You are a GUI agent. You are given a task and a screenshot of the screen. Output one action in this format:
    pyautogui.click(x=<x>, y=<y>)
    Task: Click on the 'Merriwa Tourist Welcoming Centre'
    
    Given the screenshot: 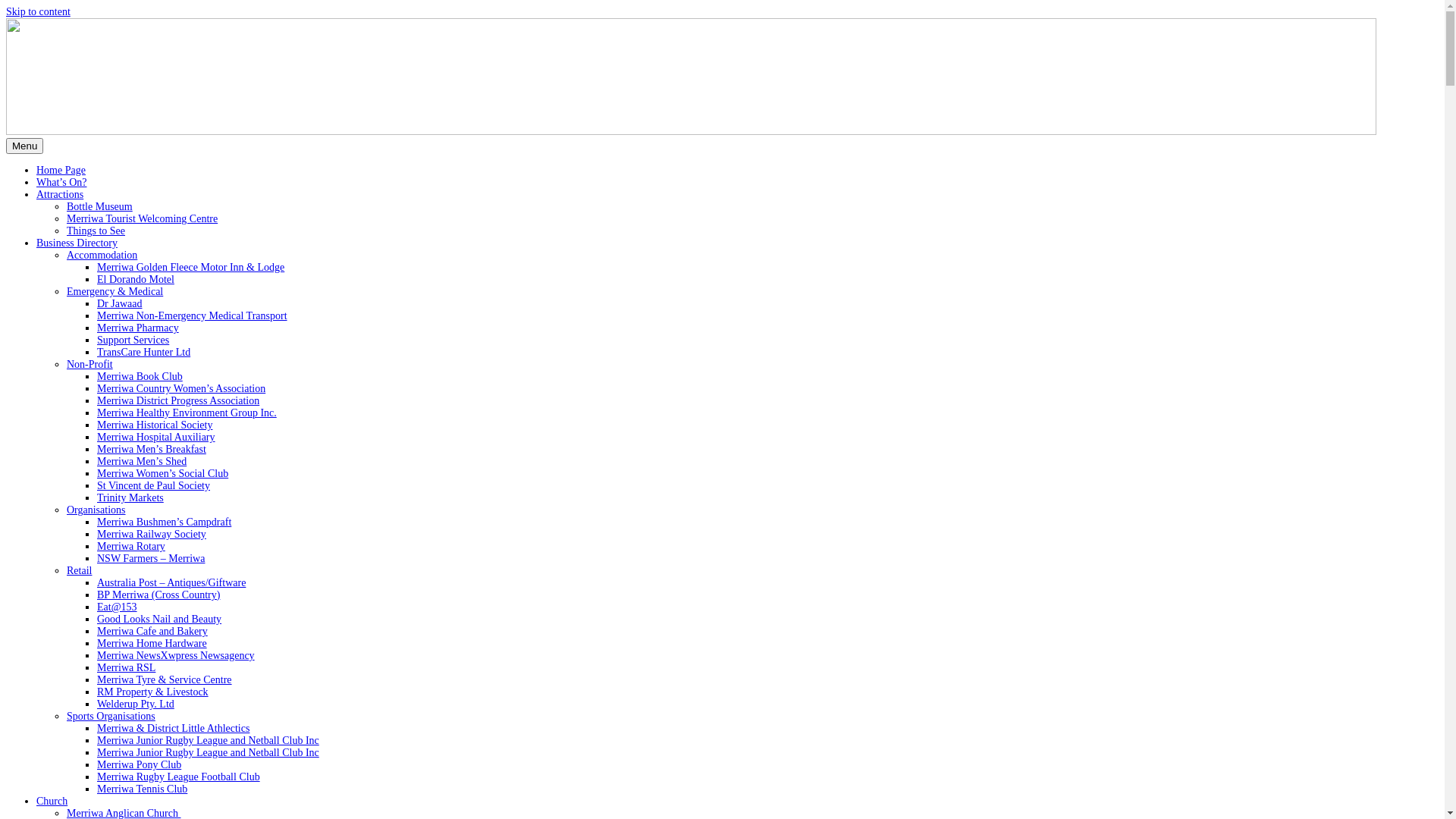 What is the action you would take?
    pyautogui.click(x=142, y=218)
    